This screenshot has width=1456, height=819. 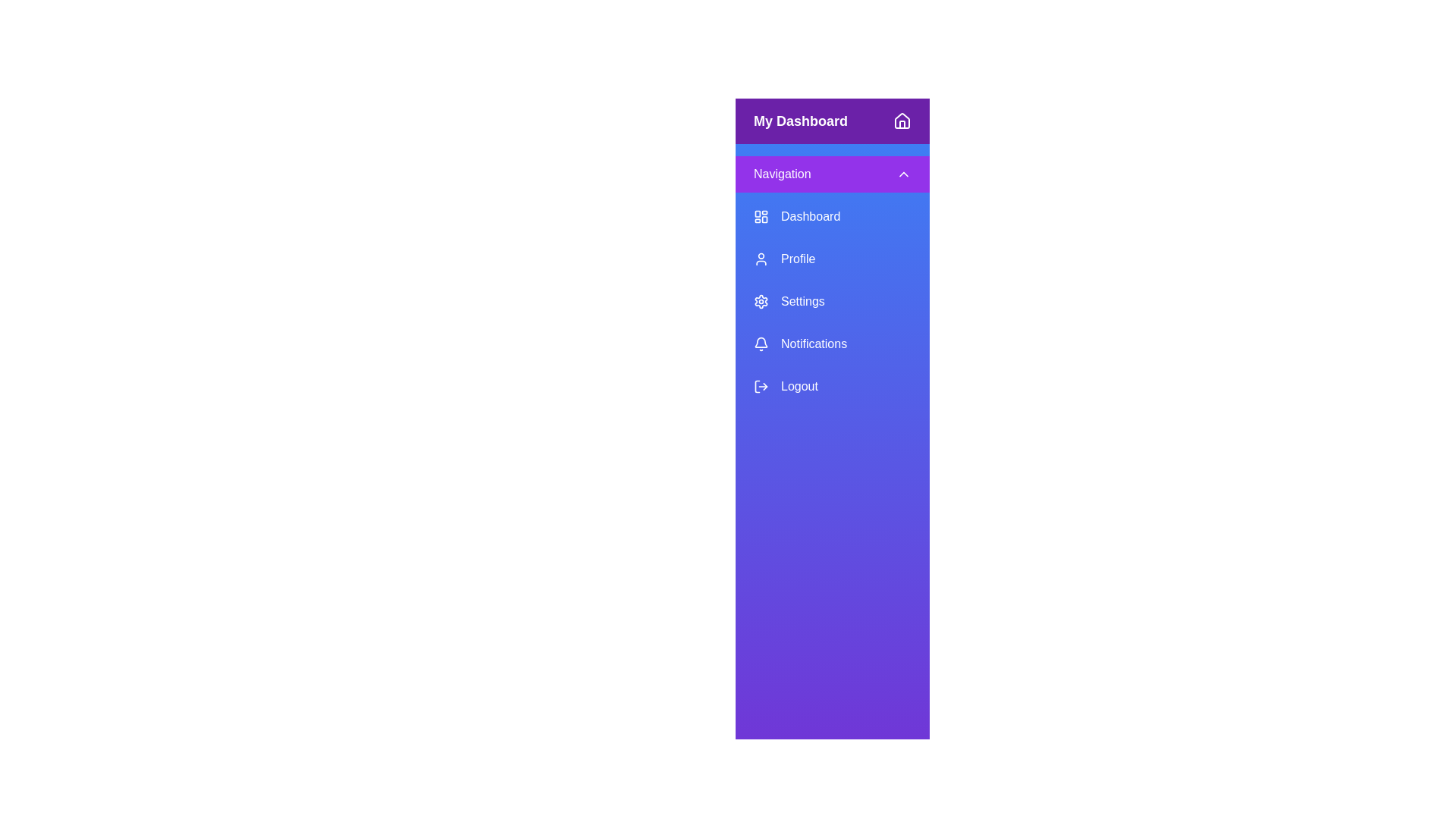 What do you see at coordinates (761, 344) in the screenshot?
I see `the bell-shaped notification icon located in the left-hand navigation menu, which is the fourth element in the list` at bounding box center [761, 344].